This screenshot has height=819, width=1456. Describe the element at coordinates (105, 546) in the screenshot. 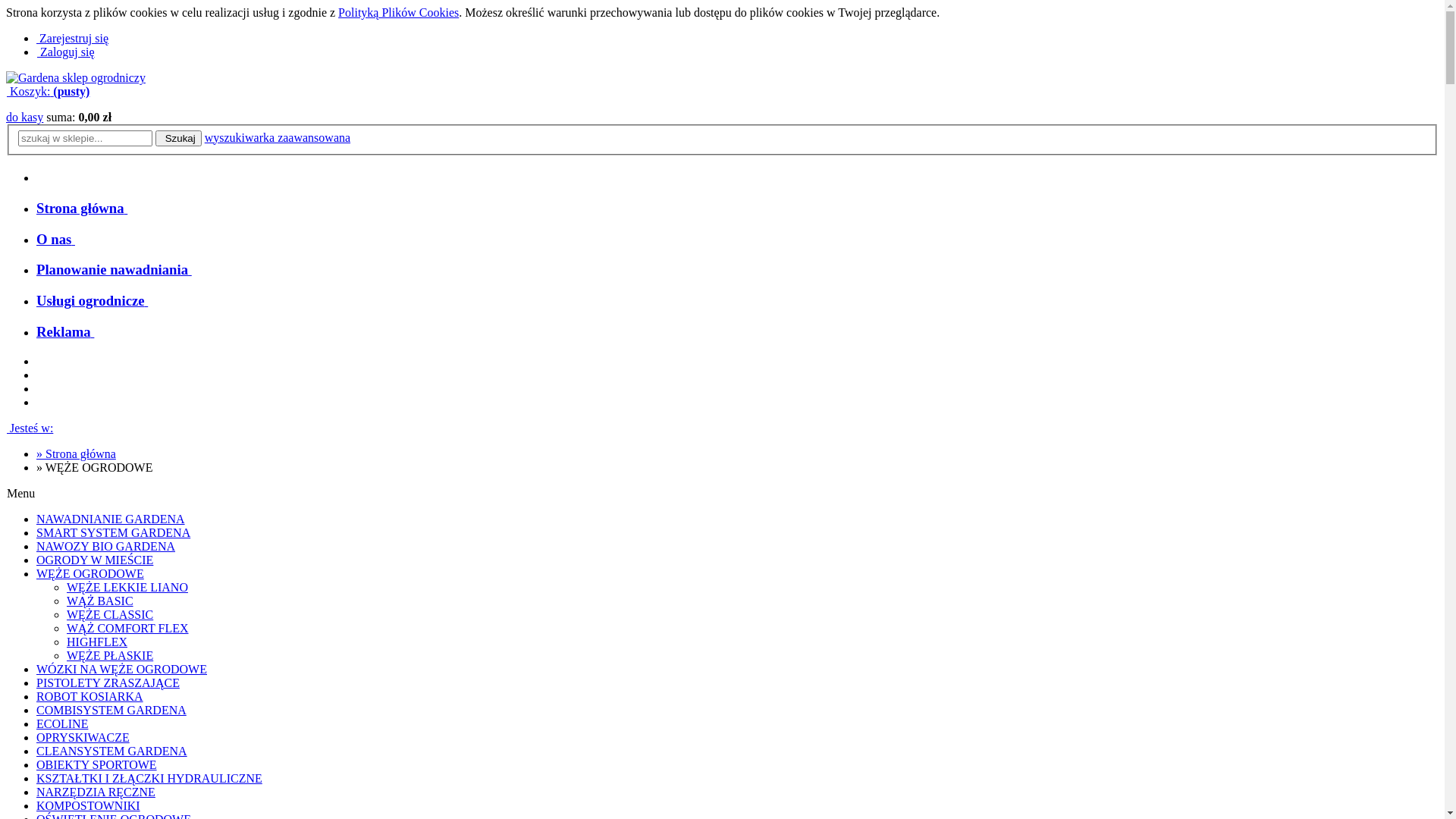

I see `'NAWOZY BIO GARDENA'` at that location.